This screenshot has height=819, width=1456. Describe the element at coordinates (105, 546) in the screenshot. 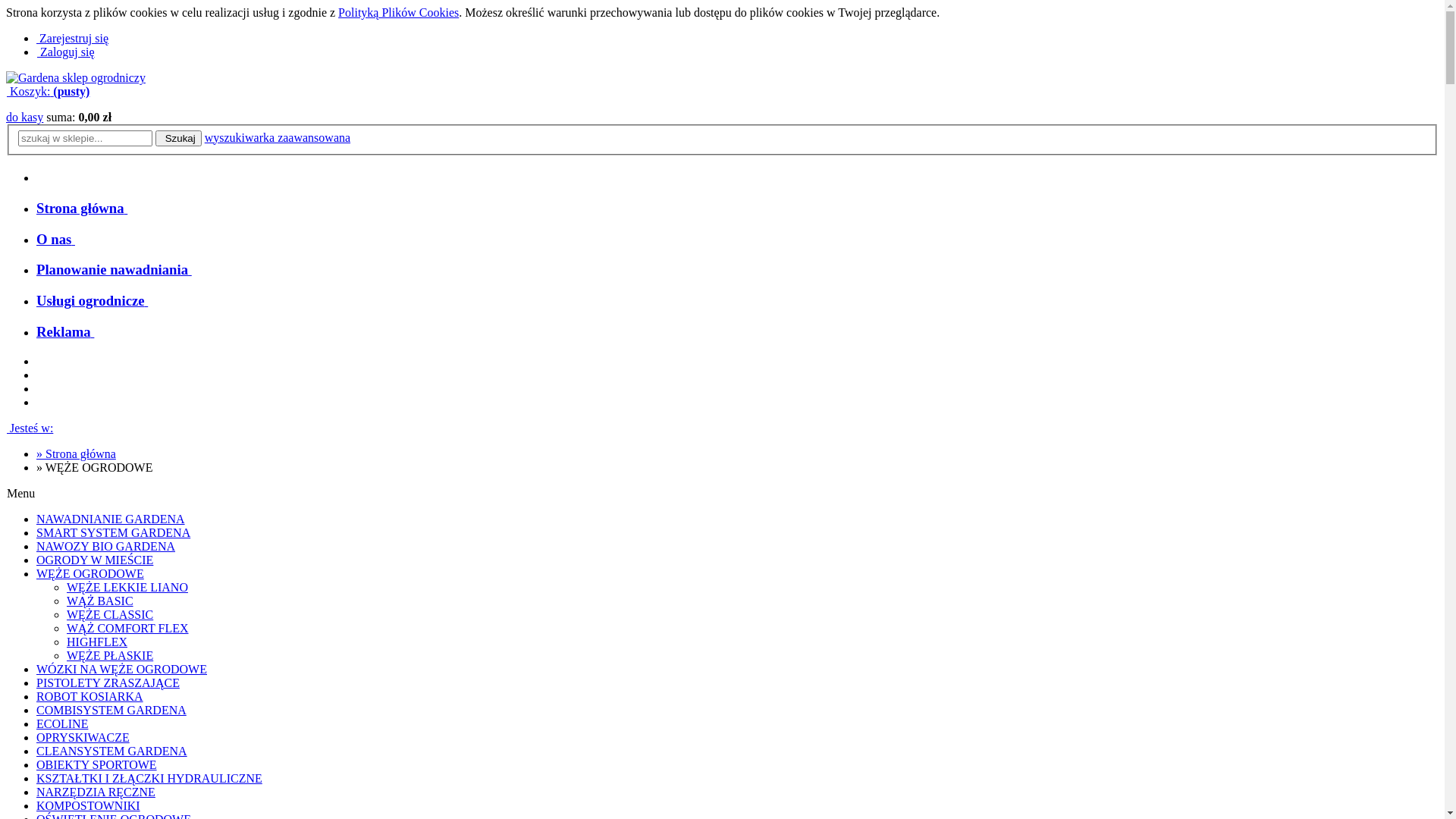

I see `'NAWOZY BIO GARDENA'` at that location.